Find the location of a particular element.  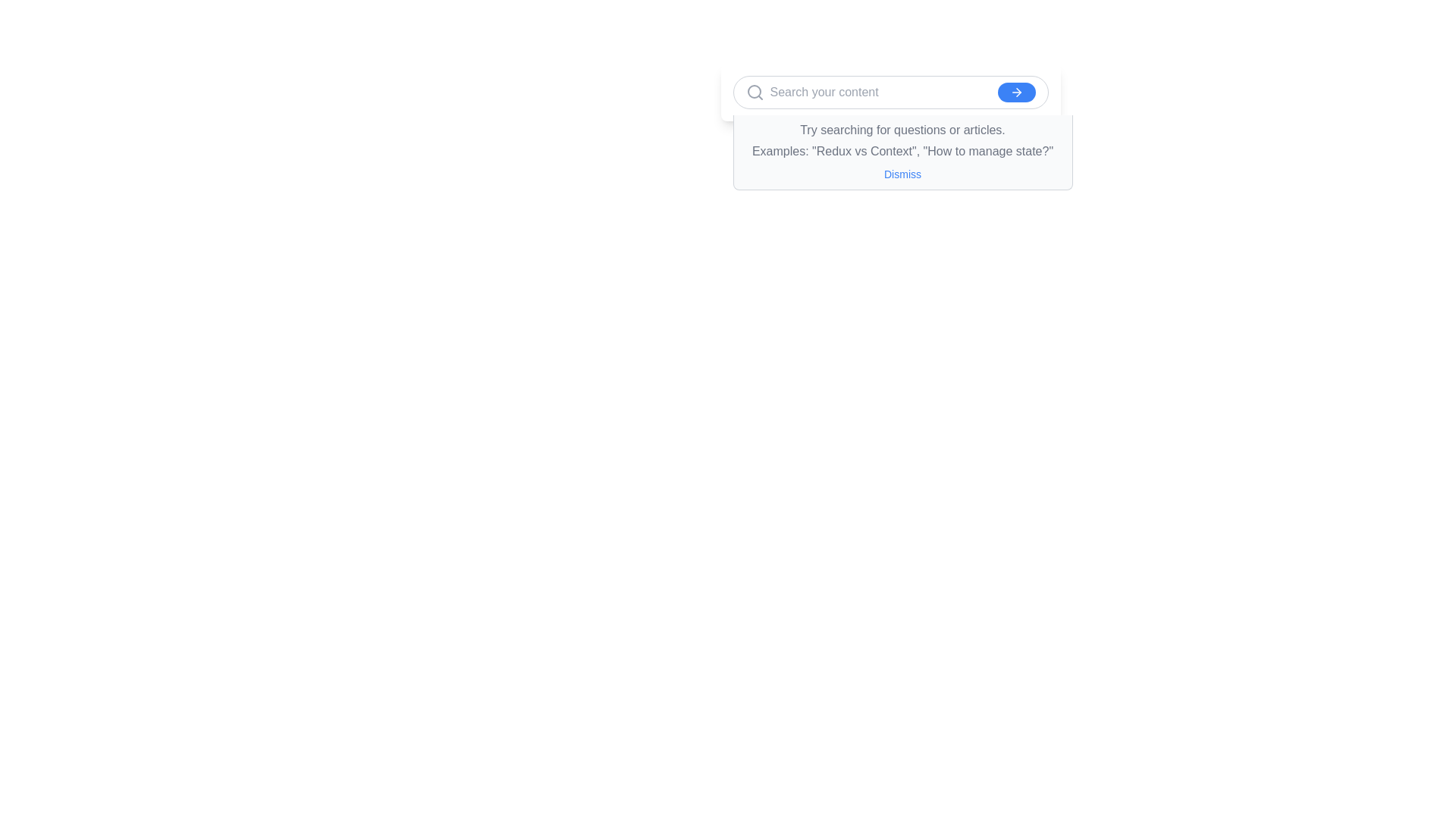

the 'Dismiss' button located at the bottom-right corner of the suggestion box is located at coordinates (902, 174).